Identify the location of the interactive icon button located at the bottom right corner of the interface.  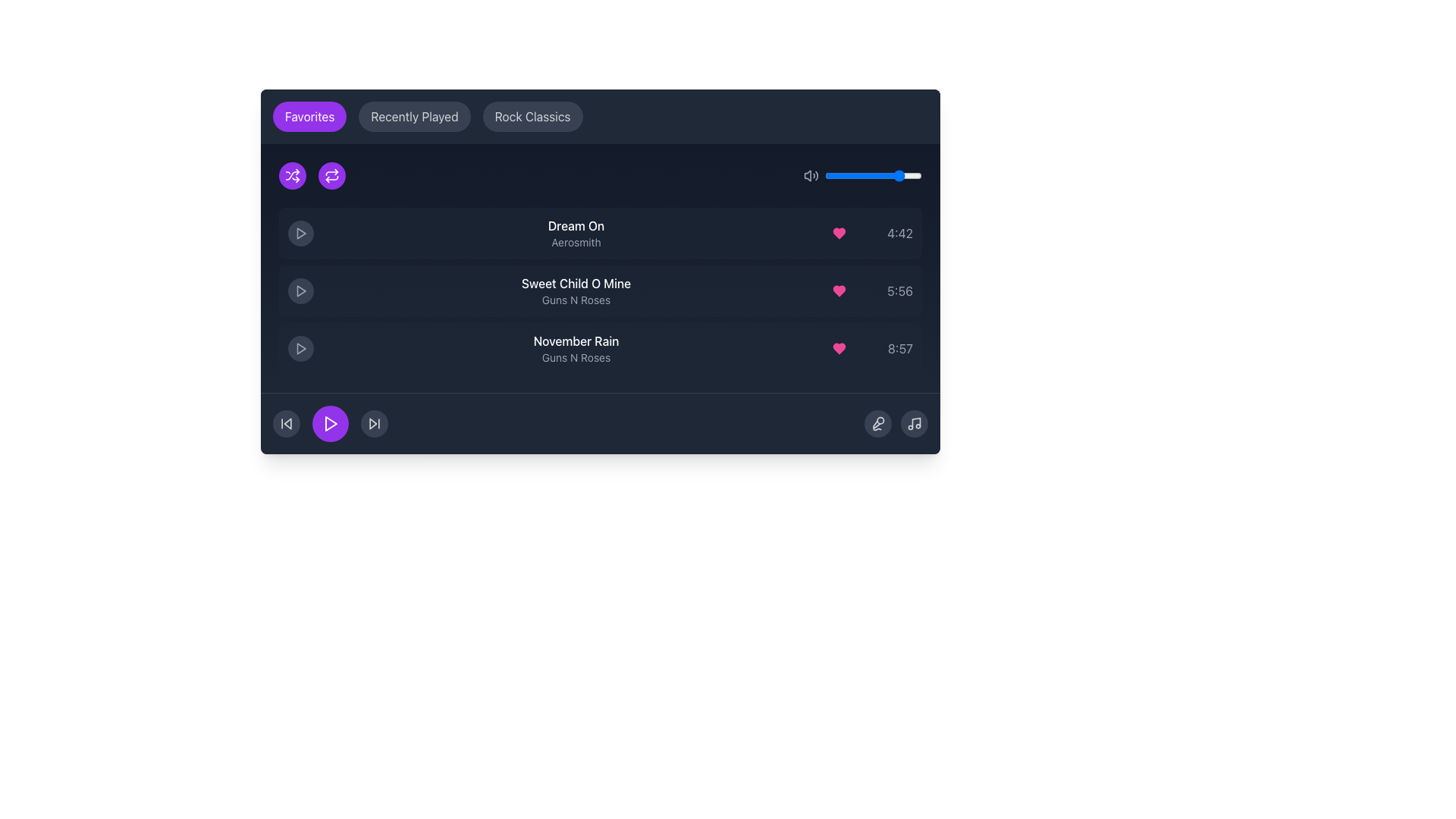
(913, 424).